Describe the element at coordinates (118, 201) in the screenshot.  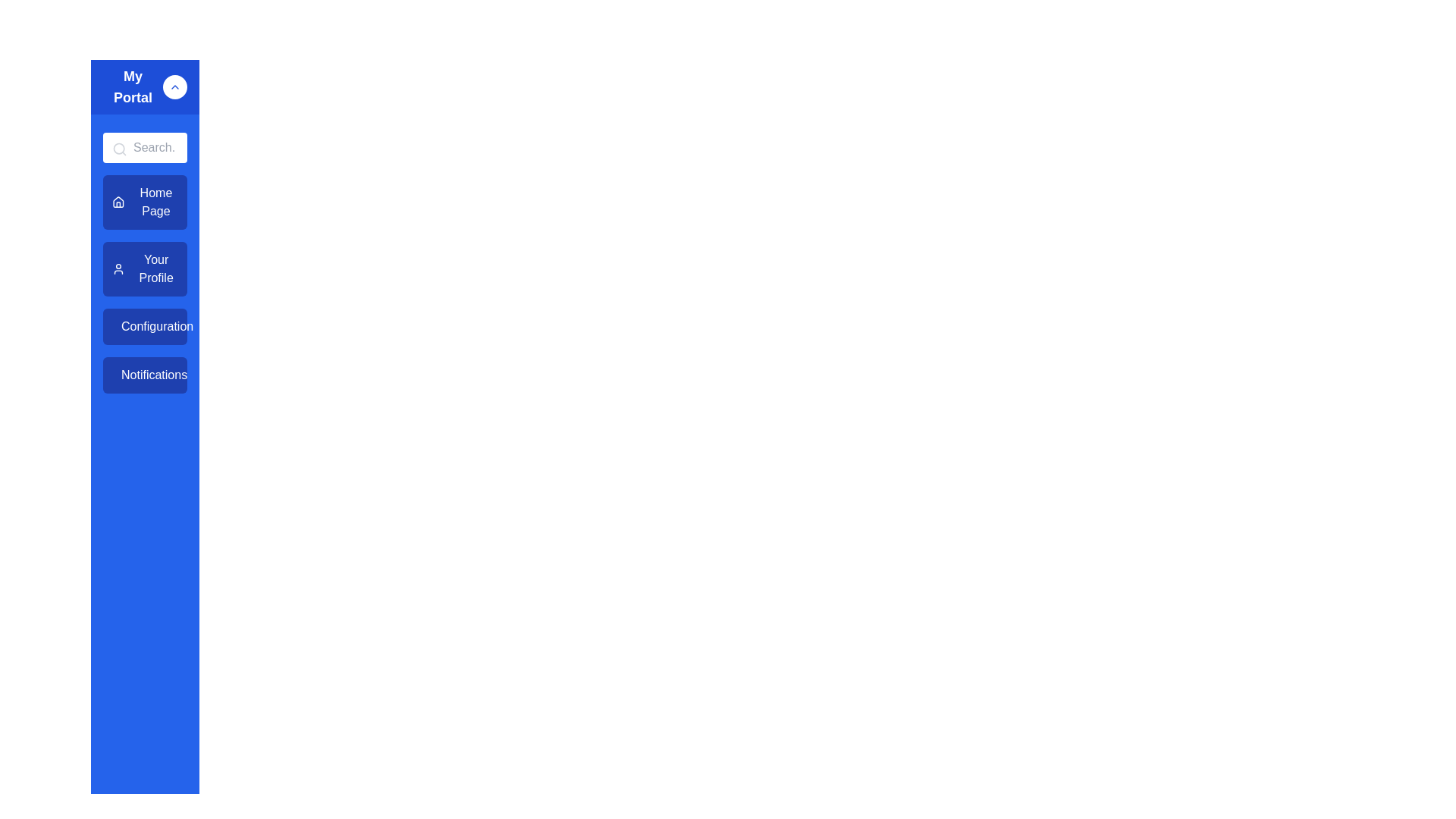
I see `the house-shaped icon representing the 'Home Page' navigation button located in the sidebar menu for navigation purposes` at that location.